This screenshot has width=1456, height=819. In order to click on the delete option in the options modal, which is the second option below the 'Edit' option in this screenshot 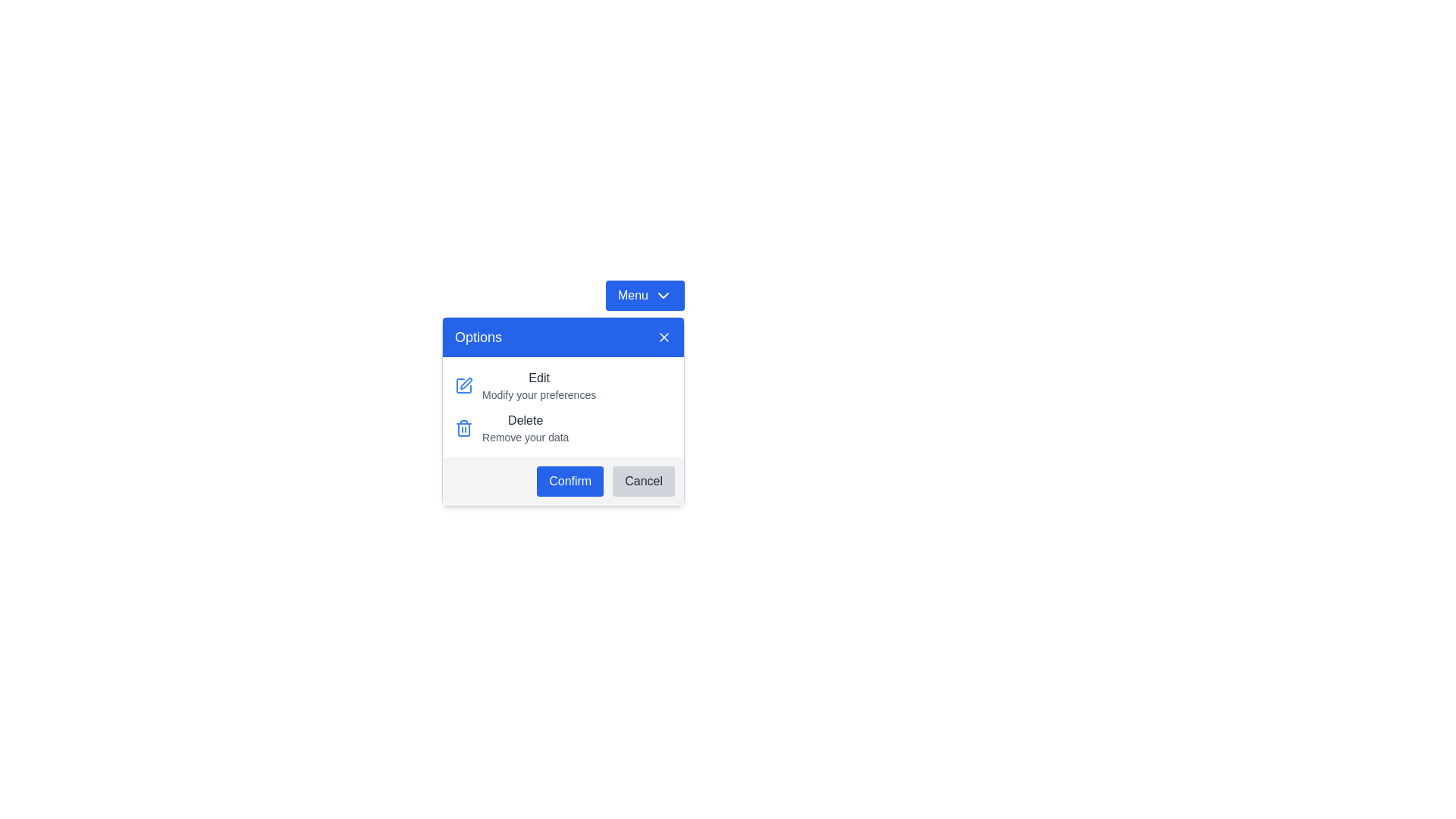, I will do `click(563, 428)`.